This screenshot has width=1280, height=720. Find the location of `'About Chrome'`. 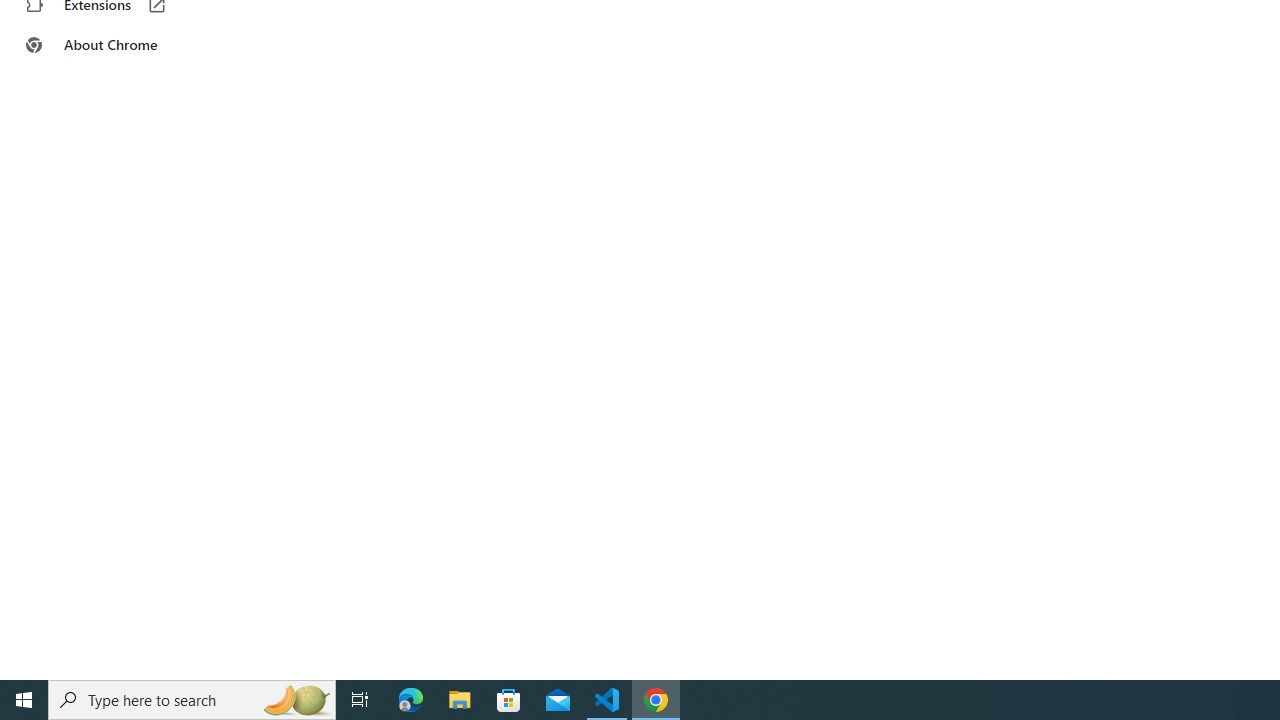

'About Chrome' is located at coordinates (123, 45).